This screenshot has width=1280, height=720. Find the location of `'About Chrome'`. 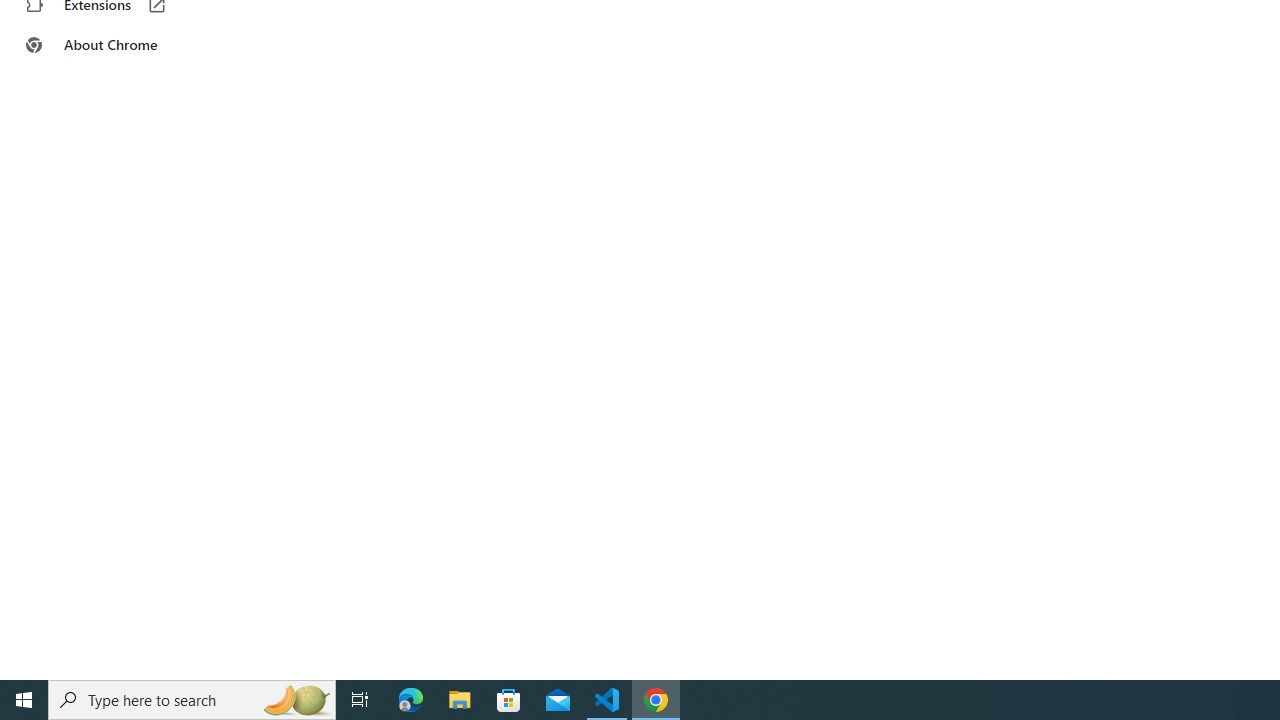

'About Chrome' is located at coordinates (123, 45).